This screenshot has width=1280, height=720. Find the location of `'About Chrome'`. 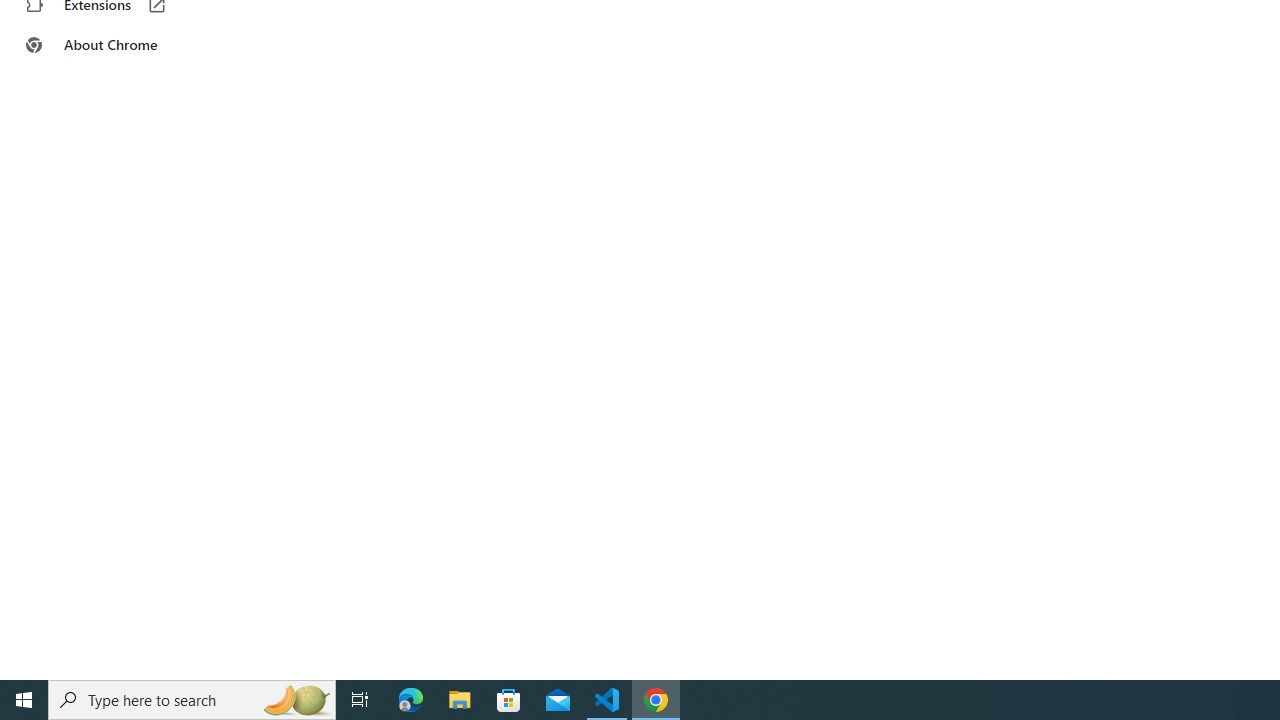

'About Chrome' is located at coordinates (123, 45).